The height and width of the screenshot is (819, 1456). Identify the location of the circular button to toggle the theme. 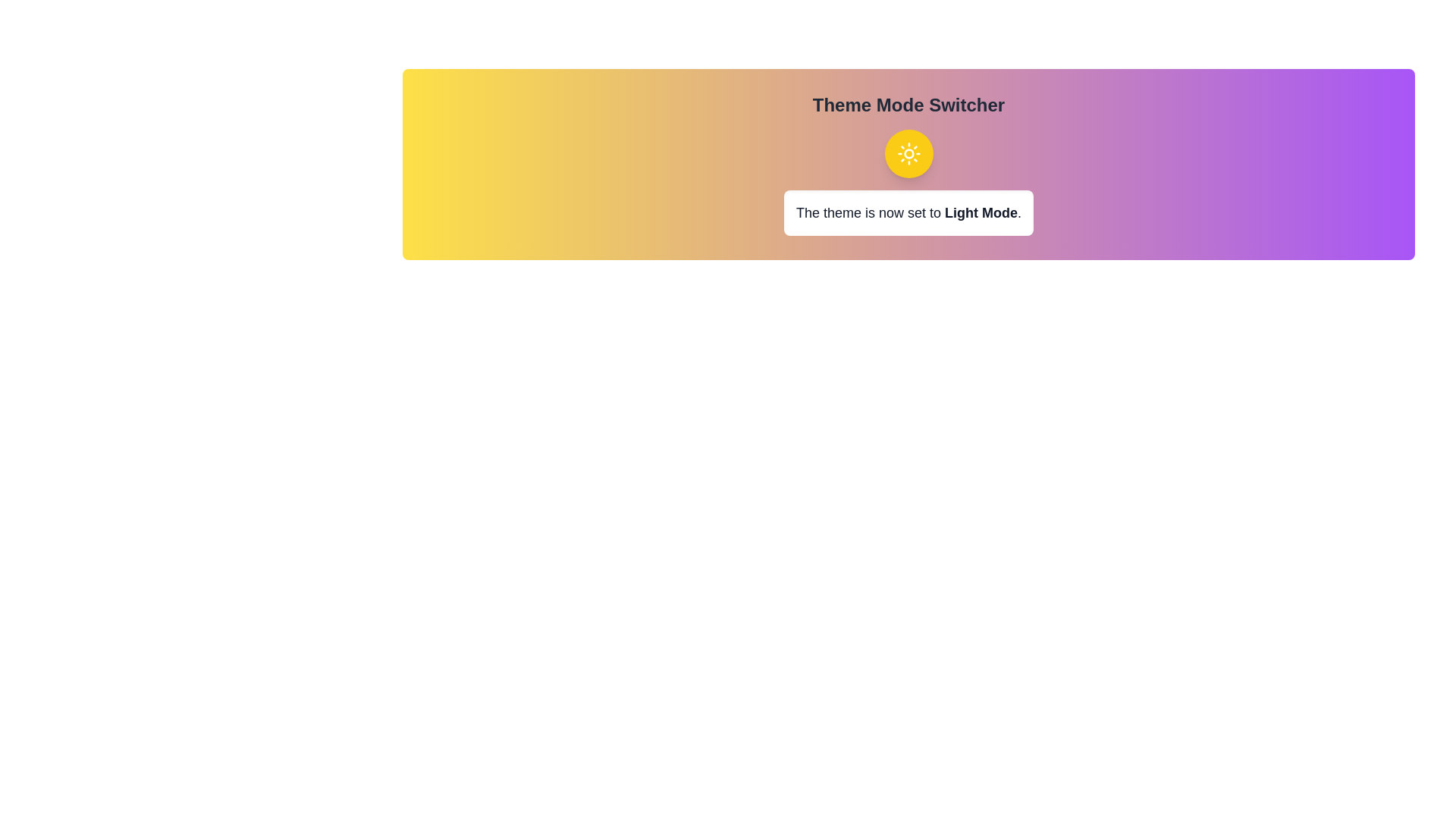
(908, 154).